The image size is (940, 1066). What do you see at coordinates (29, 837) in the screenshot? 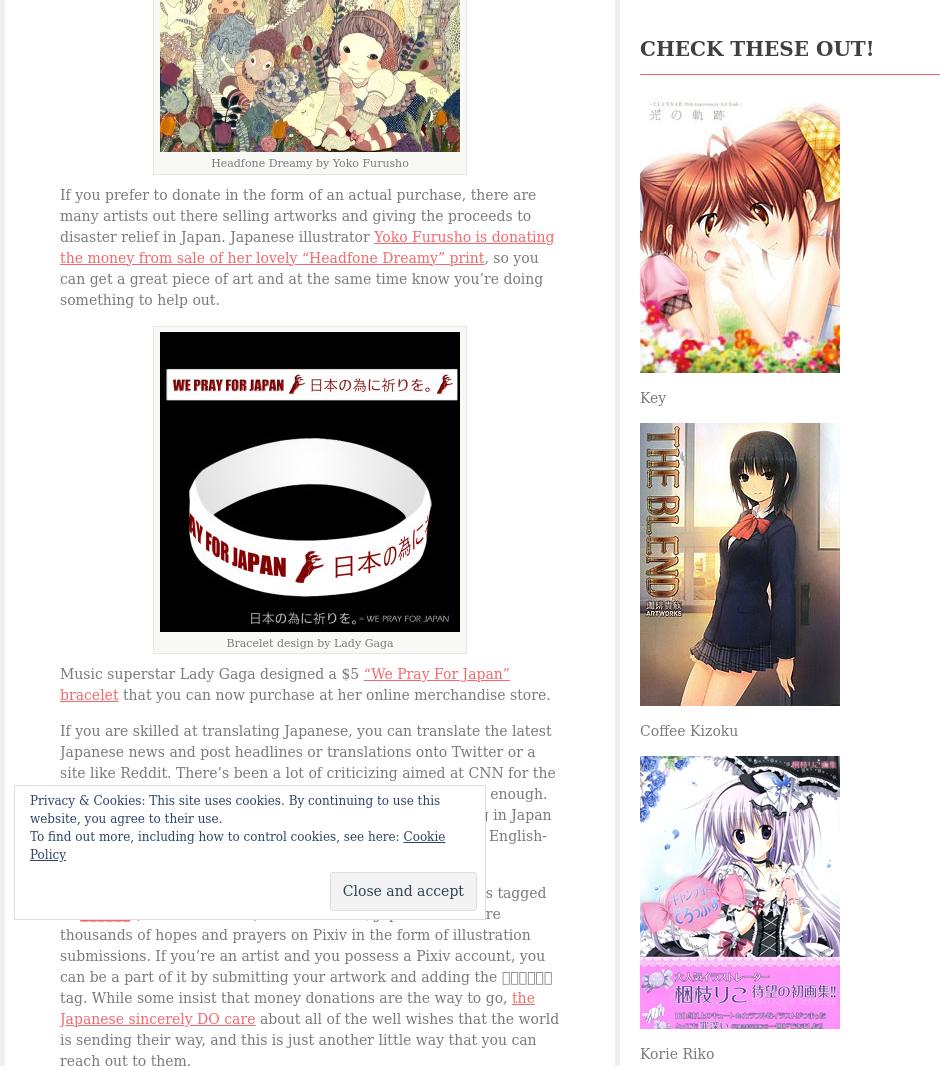
I see `'To find out more, including how to control cookies, see here:'` at bounding box center [29, 837].